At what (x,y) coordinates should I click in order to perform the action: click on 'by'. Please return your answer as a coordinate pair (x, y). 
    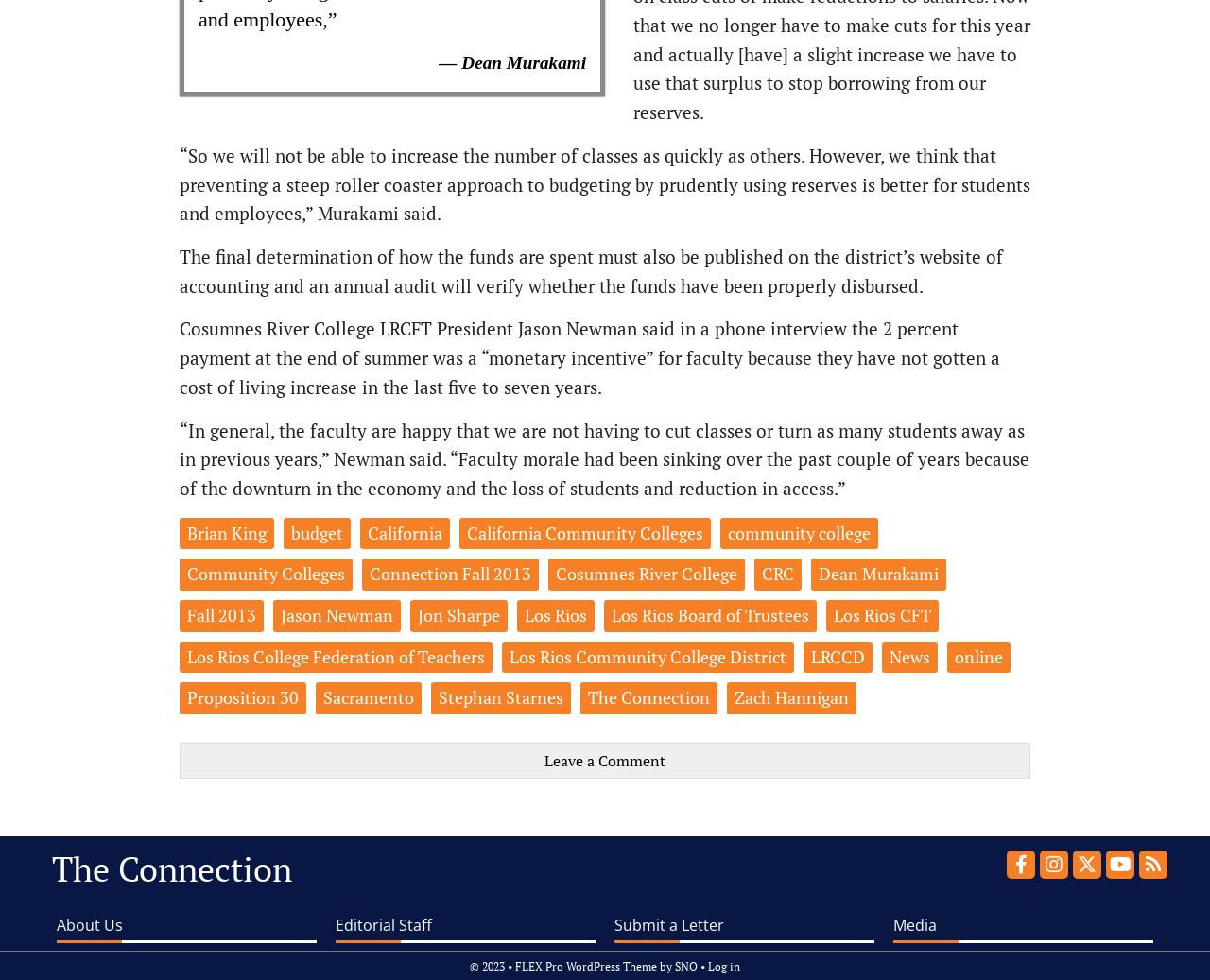
    Looking at the image, I should click on (665, 965).